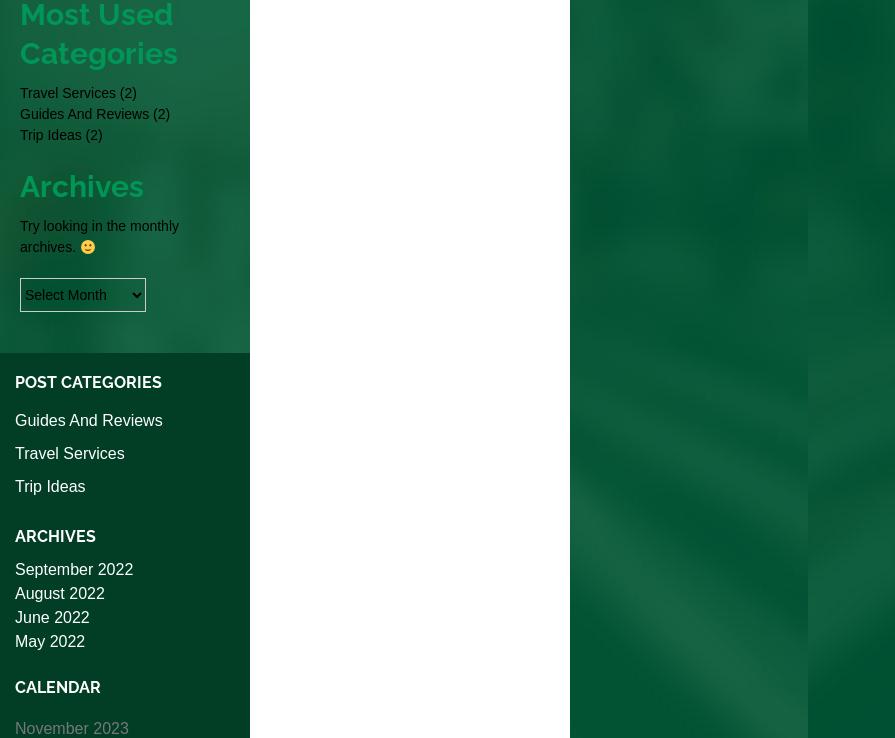 The image size is (895, 738). What do you see at coordinates (74, 569) in the screenshot?
I see `'September 2022'` at bounding box center [74, 569].